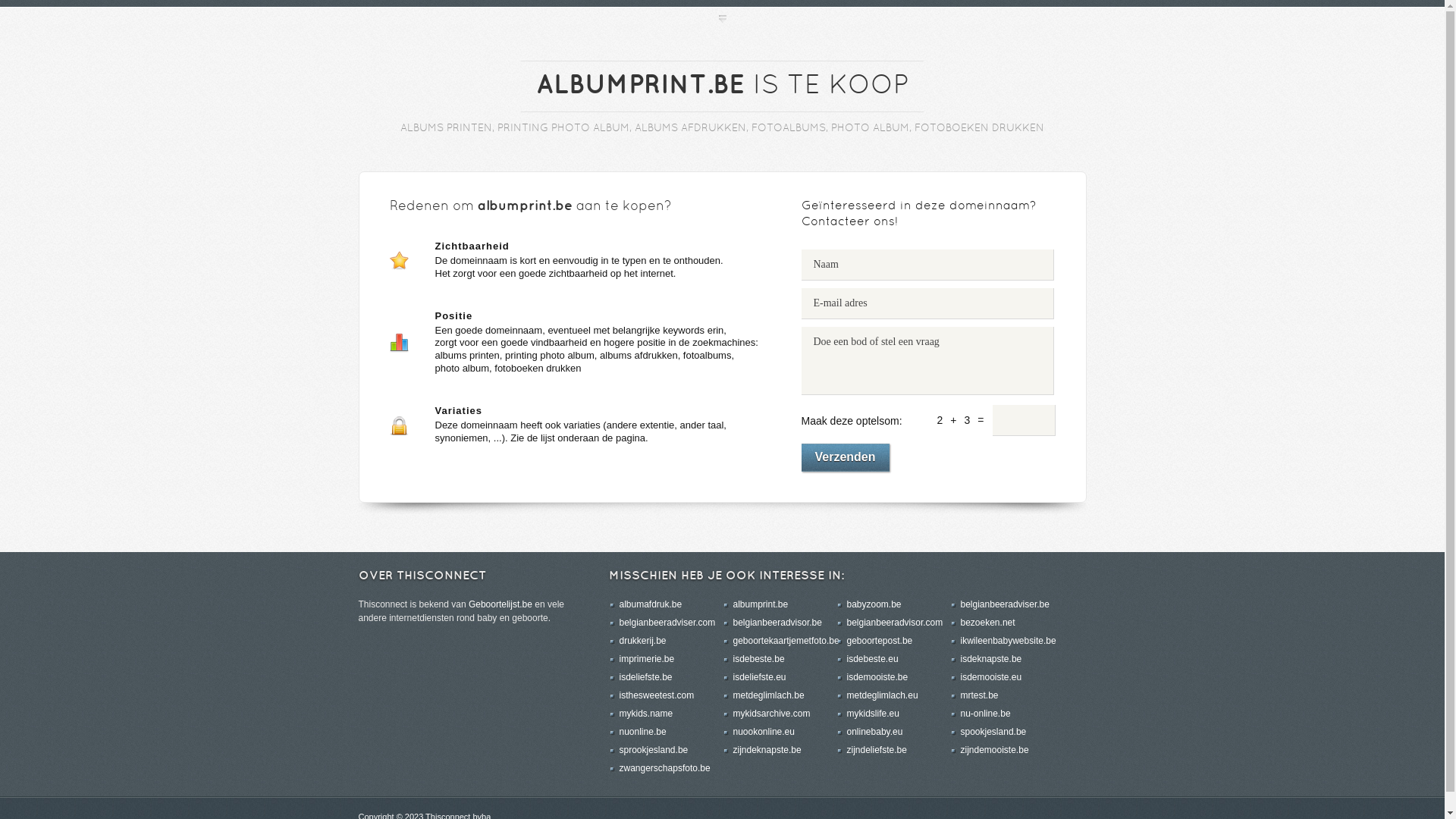  I want to click on 'albumprint.be', so click(760, 604).